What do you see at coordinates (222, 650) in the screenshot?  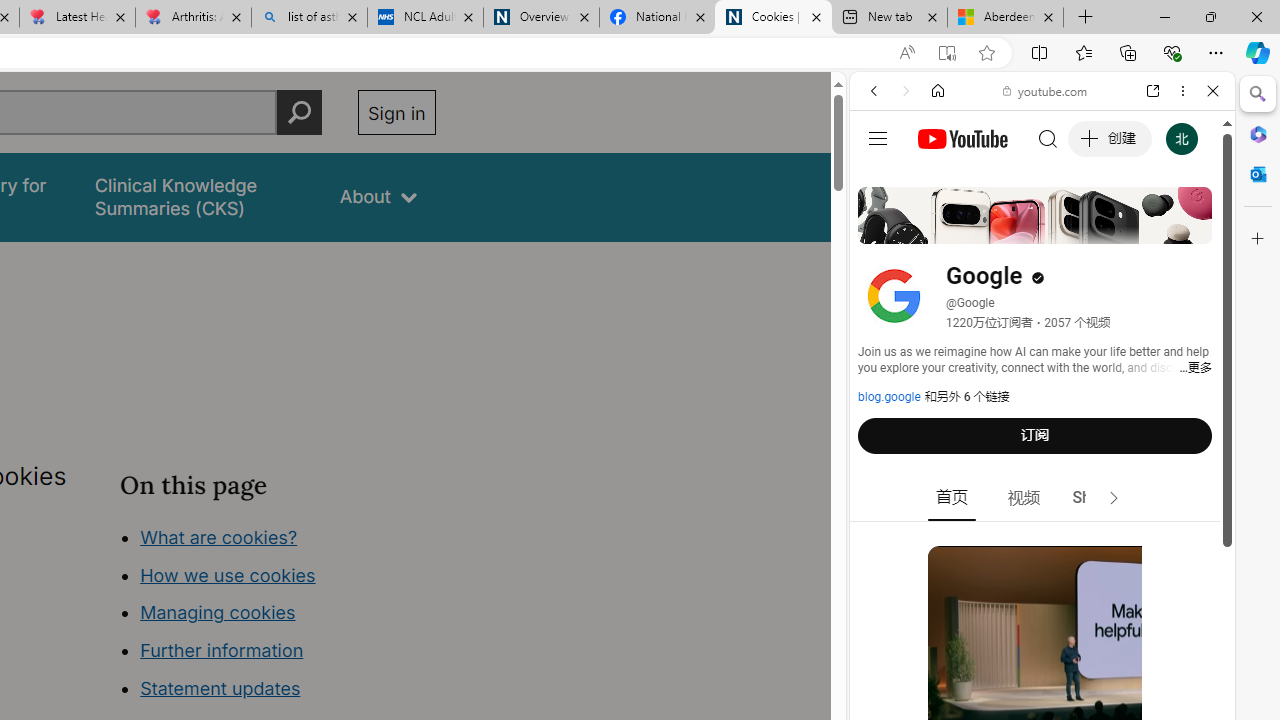 I see `'Further information'` at bounding box center [222, 650].